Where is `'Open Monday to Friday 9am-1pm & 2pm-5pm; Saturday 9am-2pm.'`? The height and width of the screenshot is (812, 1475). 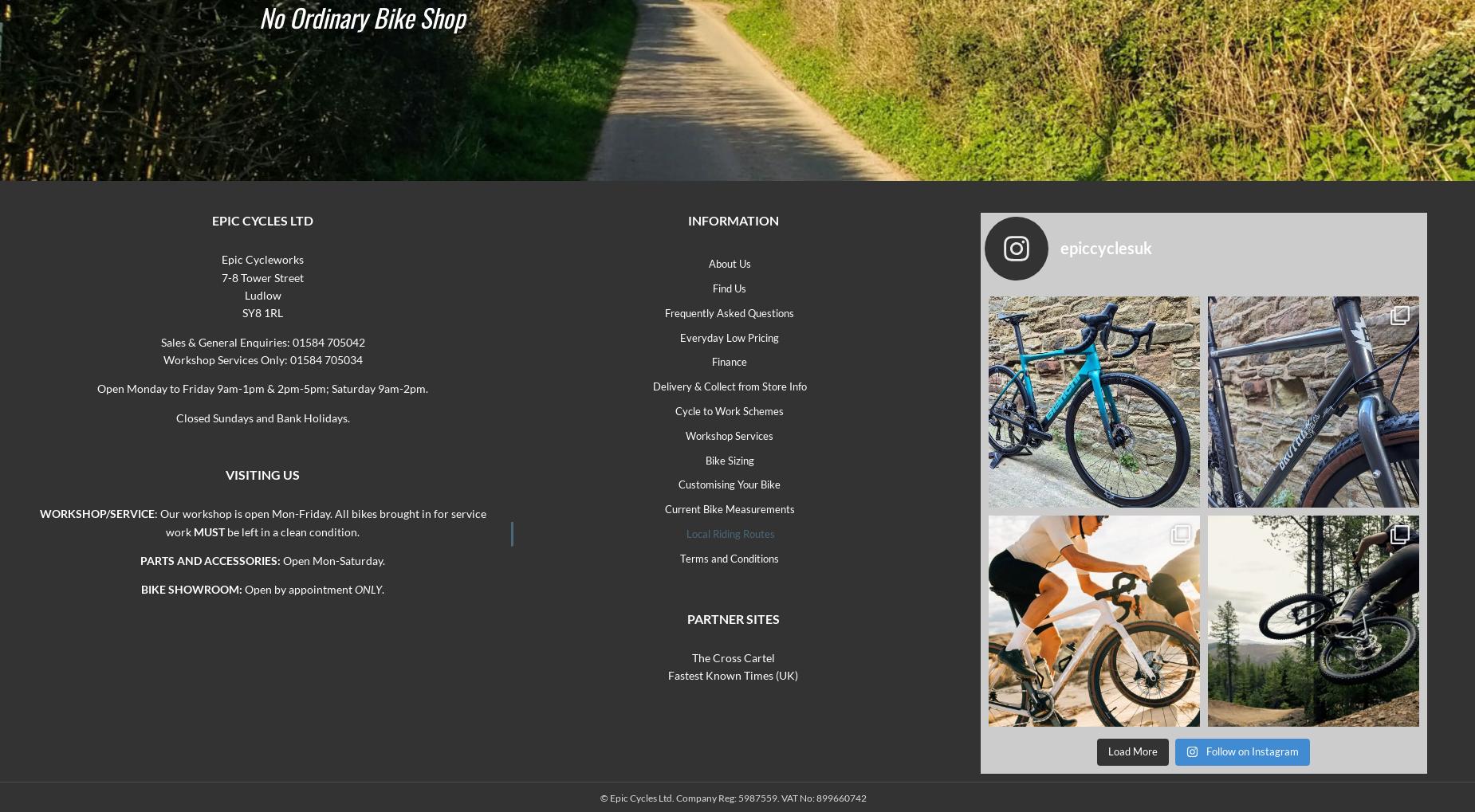 'Open Monday to Friday 9am-1pm & 2pm-5pm; Saturday 9am-2pm.' is located at coordinates (262, 387).